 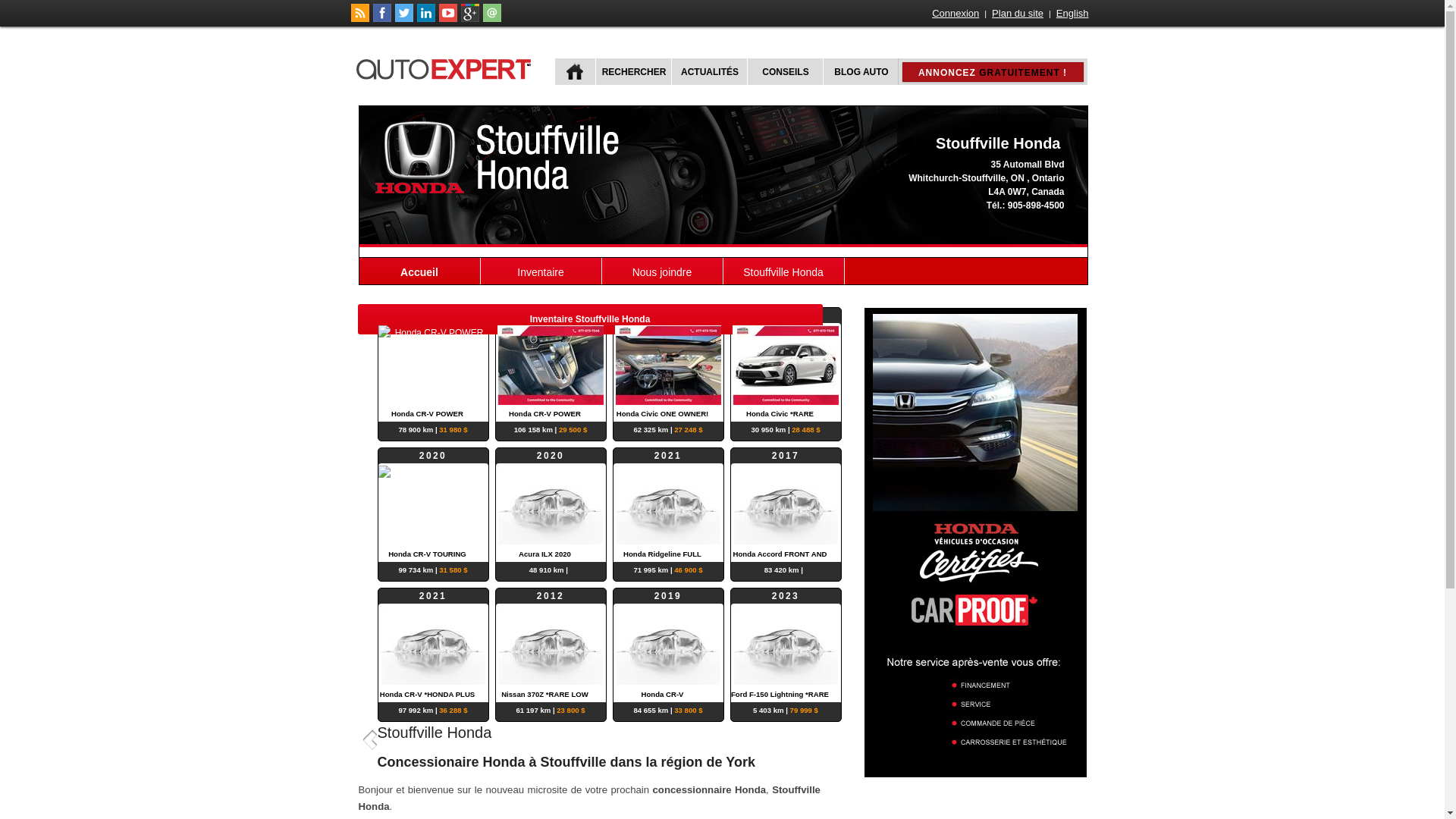 What do you see at coordinates (419, 270) in the screenshot?
I see `'Accueil'` at bounding box center [419, 270].